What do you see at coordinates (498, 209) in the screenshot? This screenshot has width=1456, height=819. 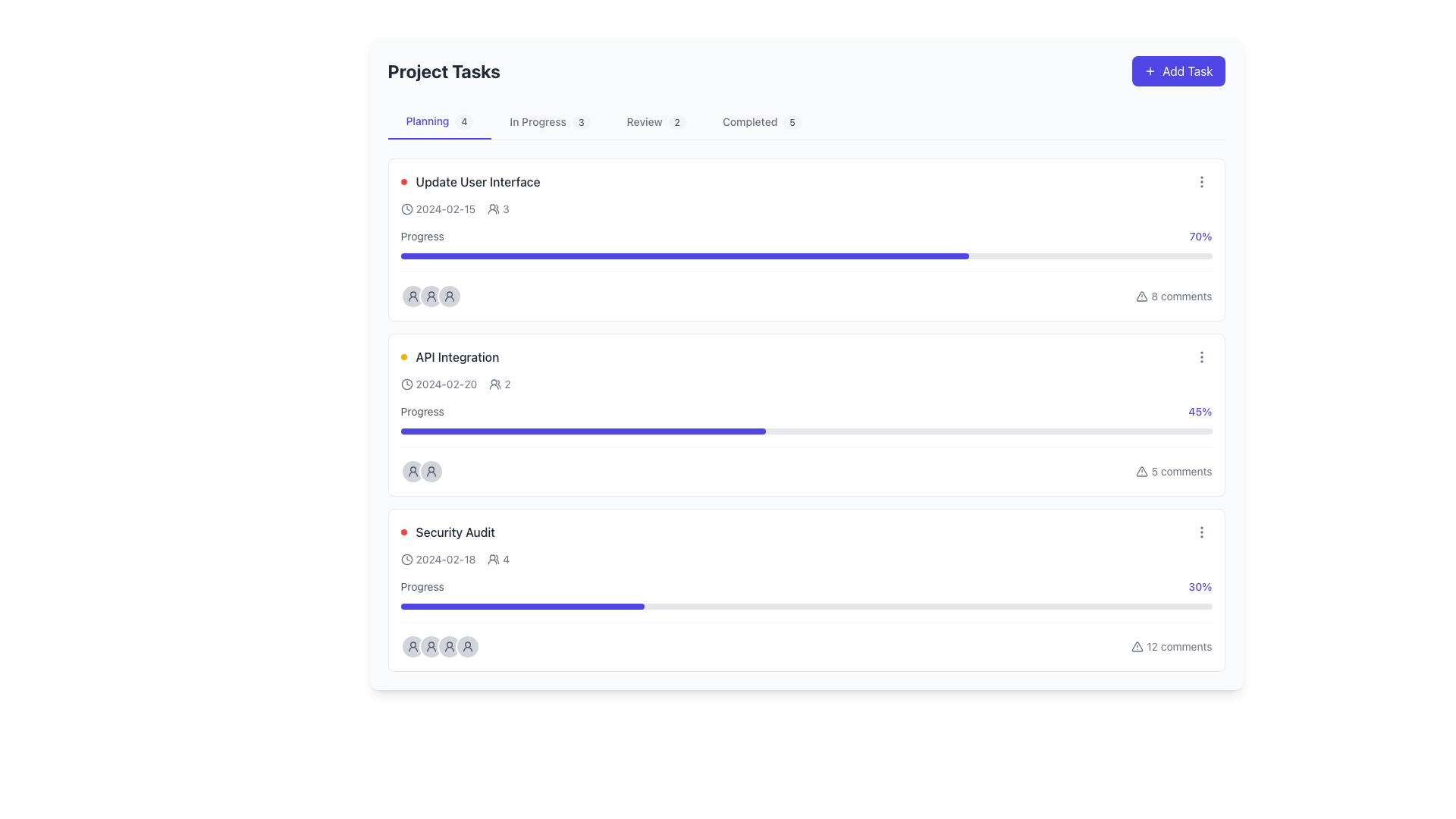 I see `the user count icon and text combination located in the 'Update User Interface' task card in the 'Planning' section, positioned to the right of the due date` at bounding box center [498, 209].